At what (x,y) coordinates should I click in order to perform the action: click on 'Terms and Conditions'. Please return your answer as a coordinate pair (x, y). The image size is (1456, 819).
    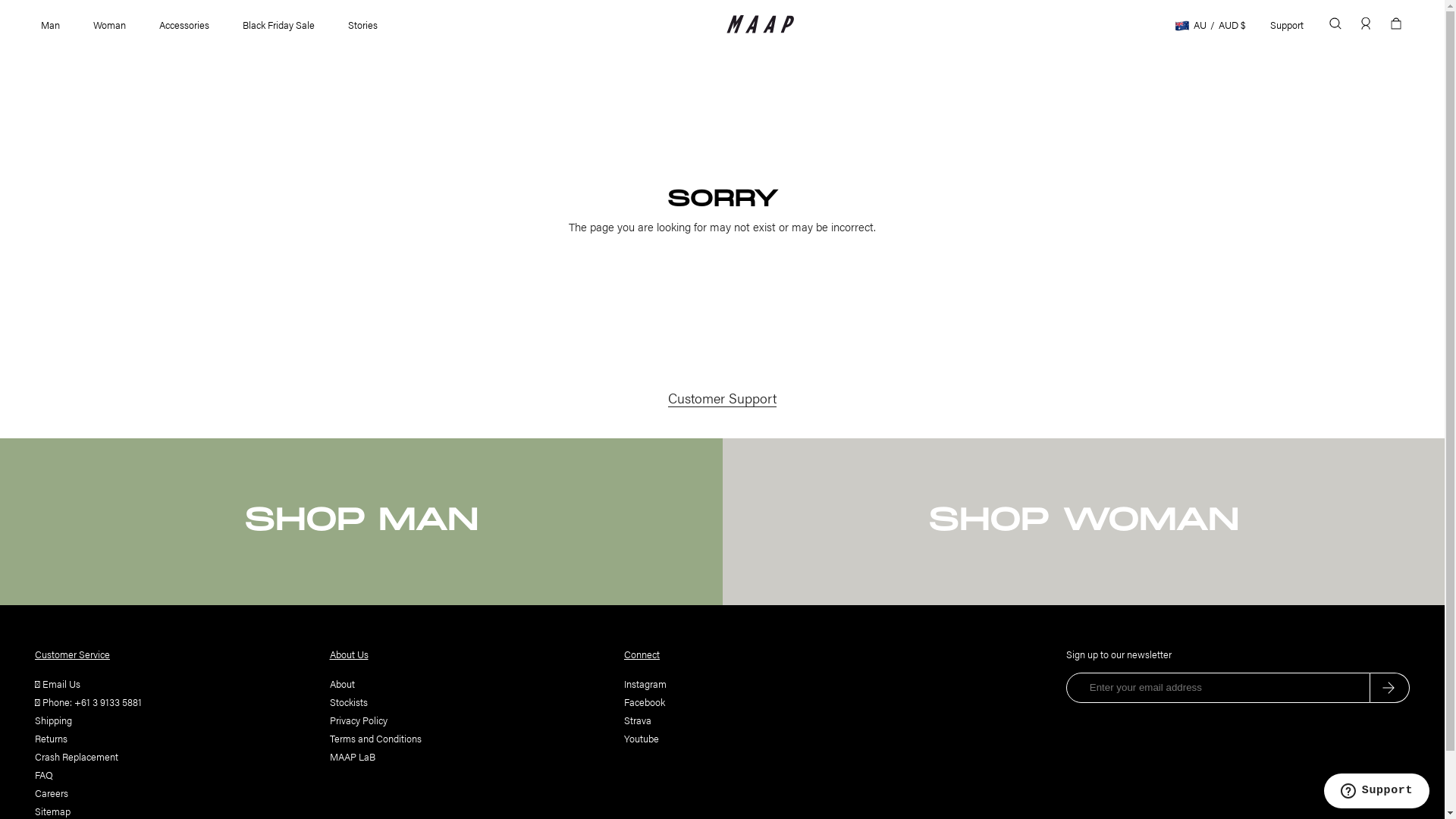
    Looking at the image, I should click on (328, 737).